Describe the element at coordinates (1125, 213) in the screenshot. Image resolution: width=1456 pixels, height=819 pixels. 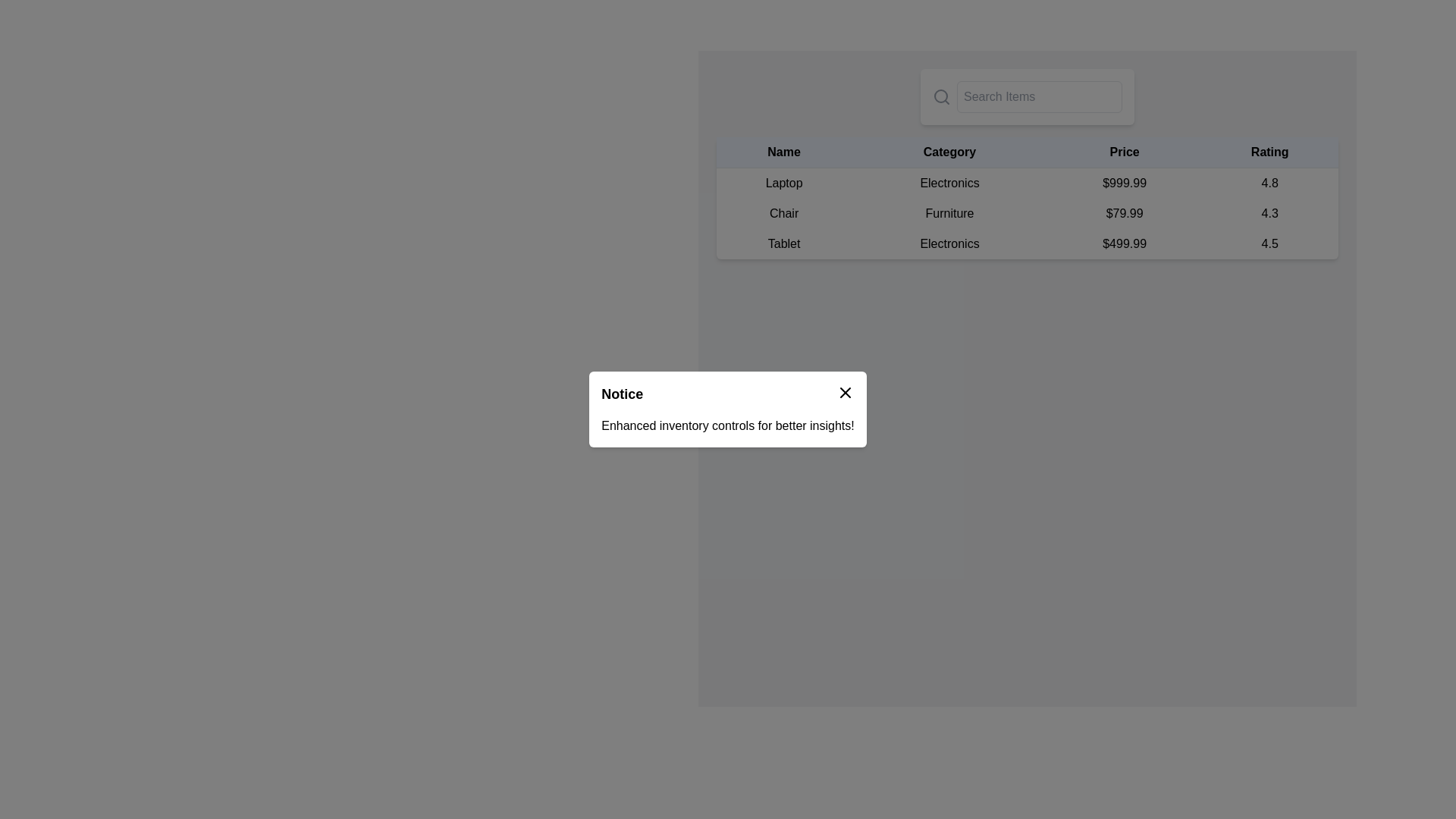
I see `the Price label displaying '$79.99' for the product 'Chair' in the second row of the table` at that location.